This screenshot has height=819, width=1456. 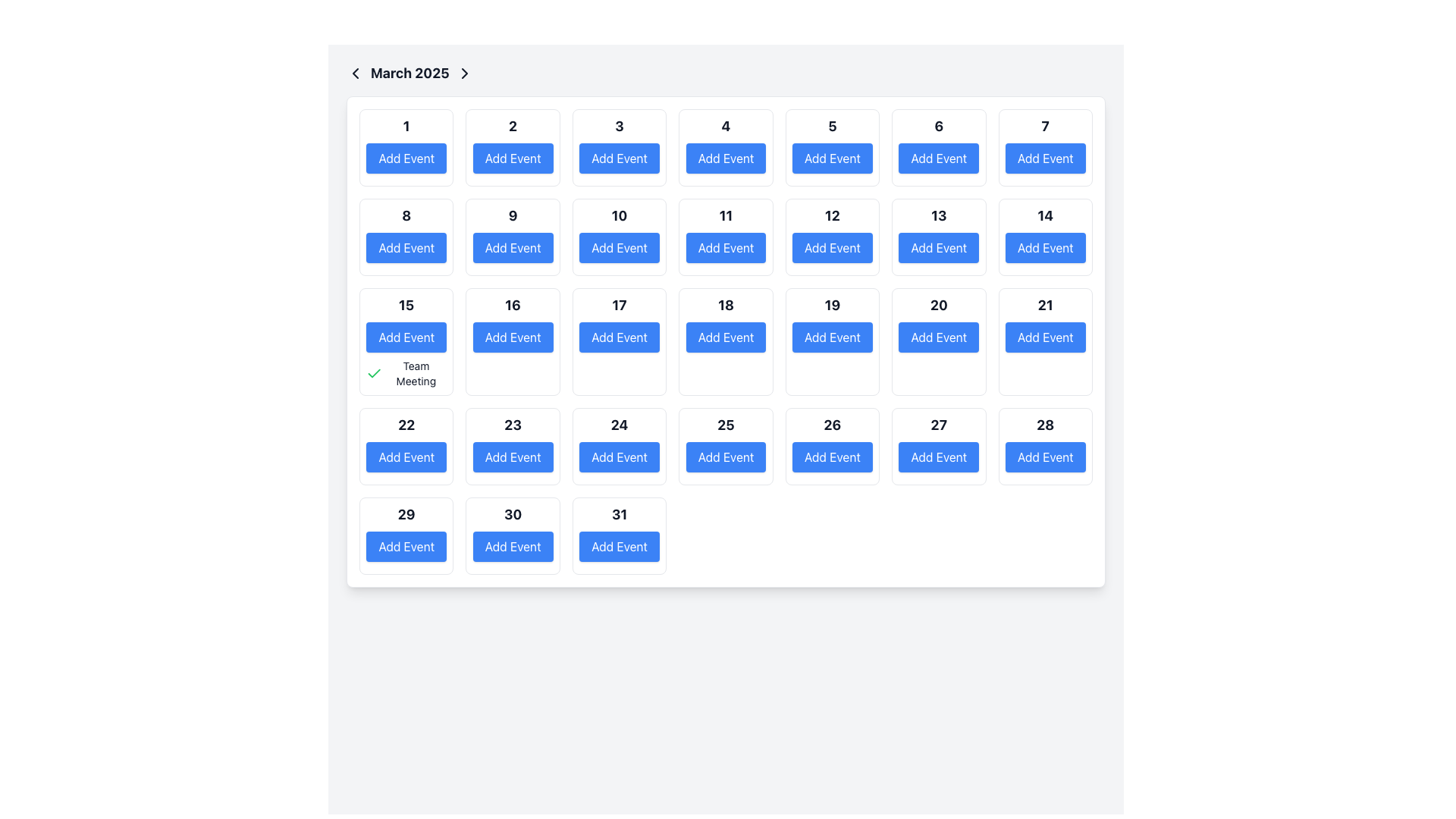 I want to click on the 'Add Event' button located in the bottom-right corner of the calendar grid, specifically in the cell containing the number '31', so click(x=620, y=535).